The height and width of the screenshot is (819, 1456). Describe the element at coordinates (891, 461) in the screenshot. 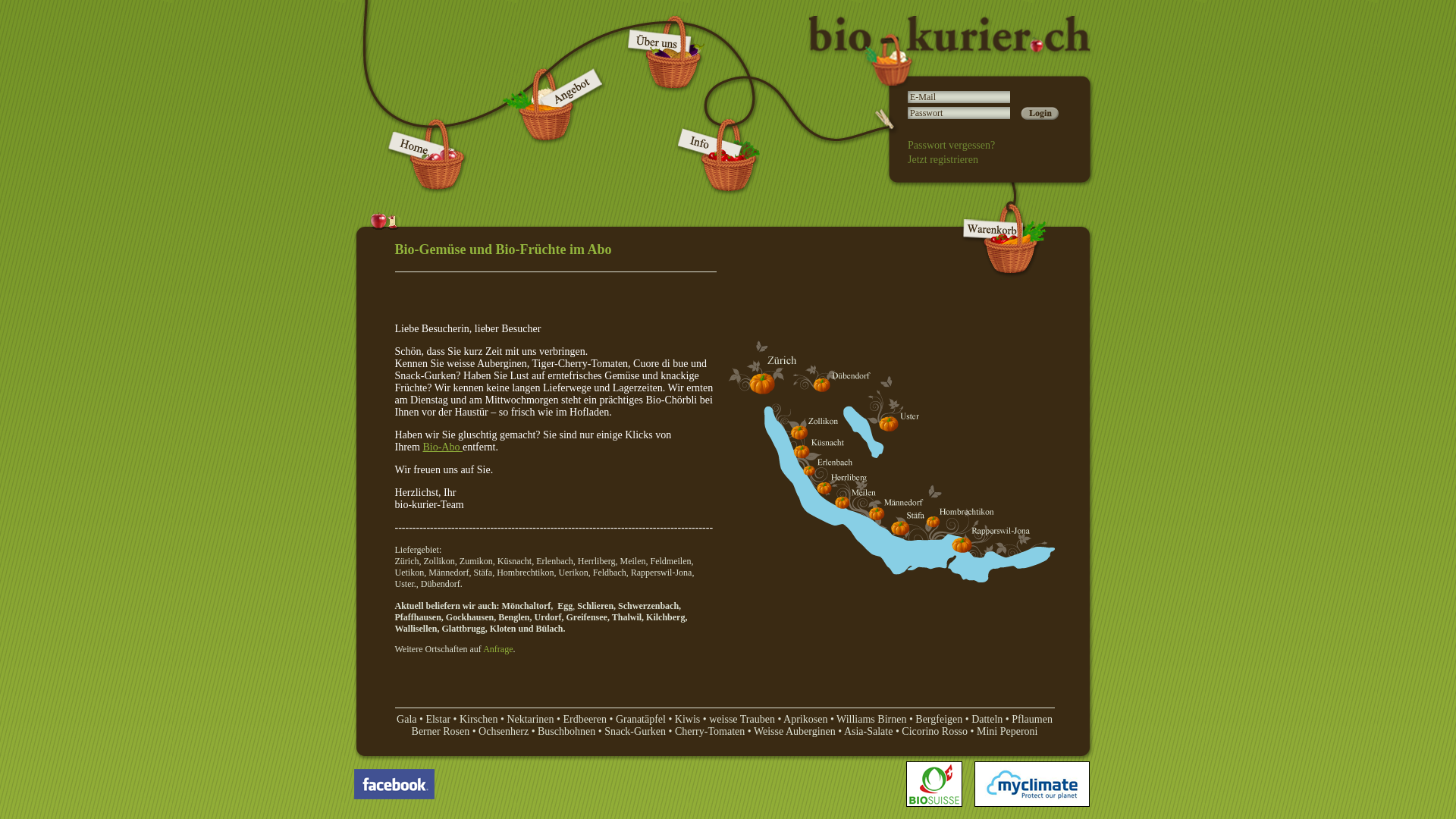

I see `'Liefergebiet Biokurier'` at that location.